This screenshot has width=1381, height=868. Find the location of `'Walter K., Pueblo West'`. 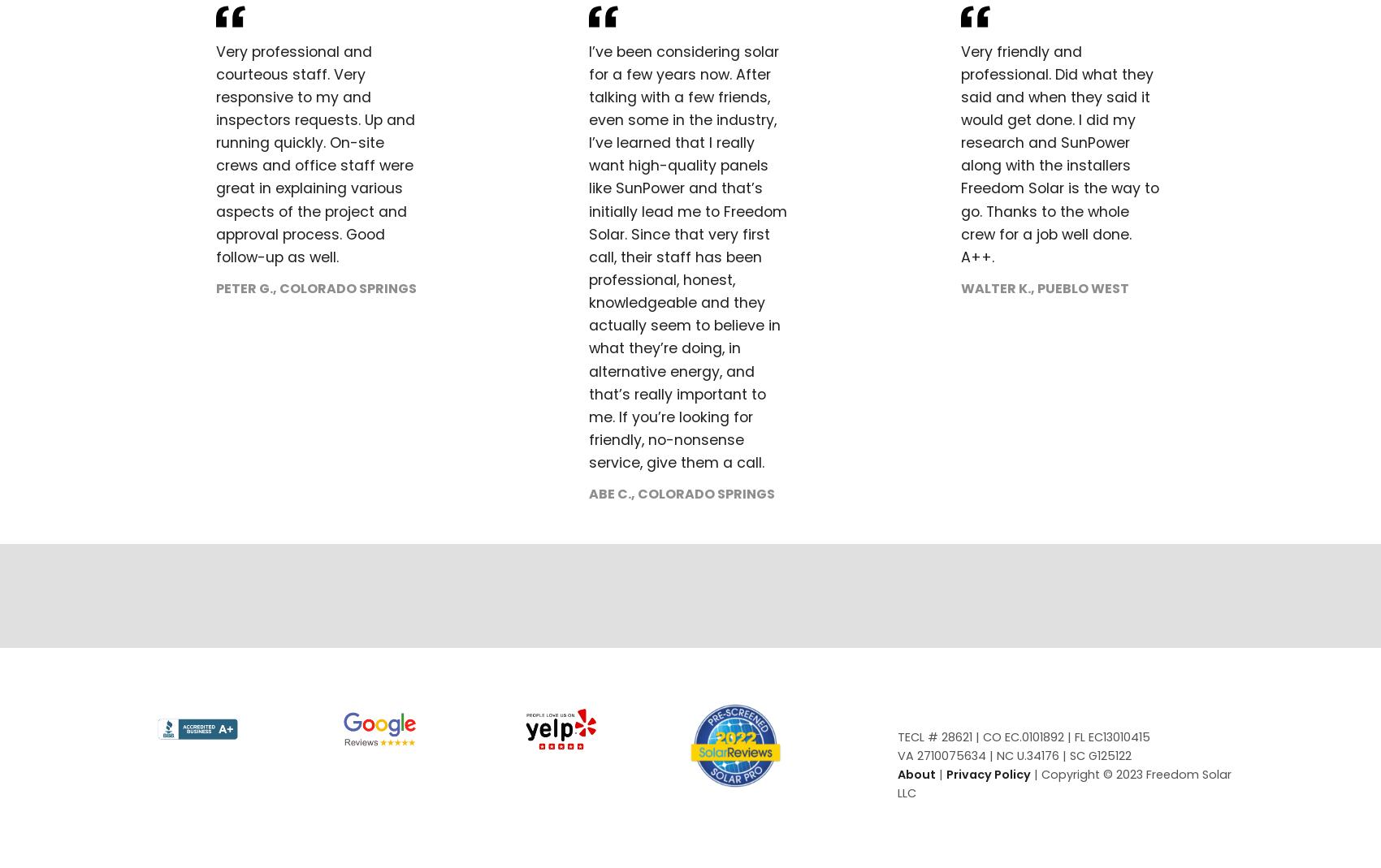

'Walter K., Pueblo West' is located at coordinates (1045, 288).